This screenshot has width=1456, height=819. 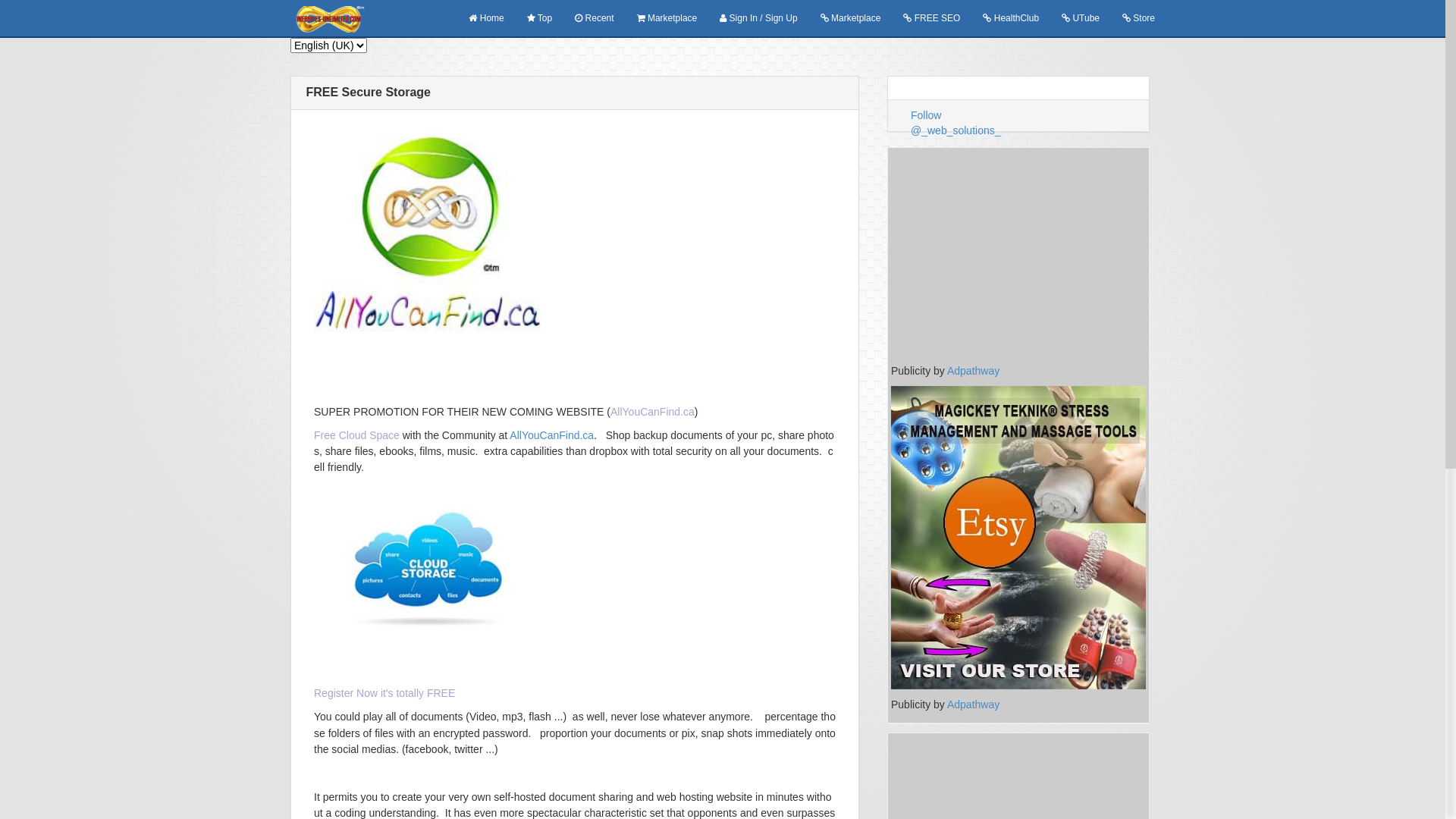 I want to click on 'Adpathway', so click(x=946, y=371).